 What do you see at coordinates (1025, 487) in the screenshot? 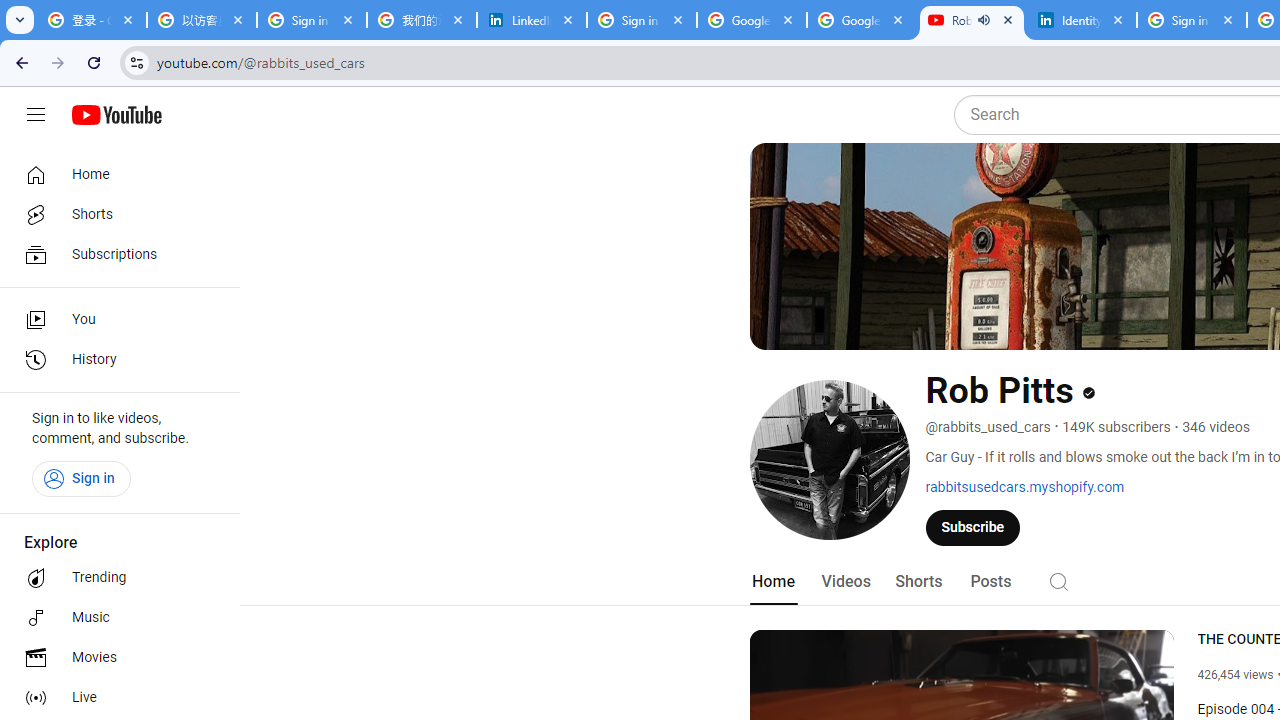
I see `'rabbitsusedcars.myshopify.com'` at bounding box center [1025, 487].